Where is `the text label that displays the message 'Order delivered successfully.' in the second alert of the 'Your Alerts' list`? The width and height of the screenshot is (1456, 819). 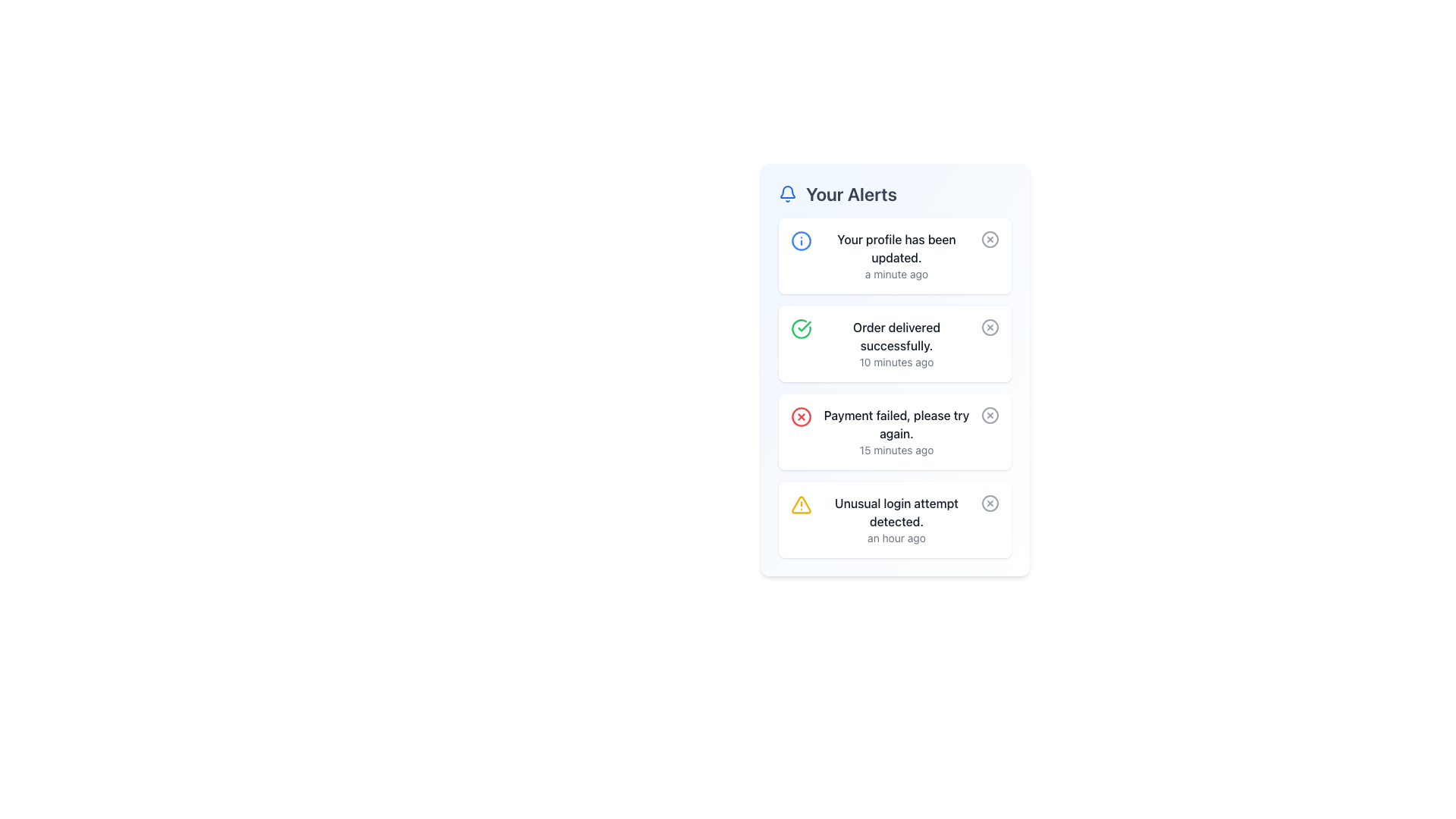 the text label that displays the message 'Order delivered successfully.' in the second alert of the 'Your Alerts' list is located at coordinates (896, 335).